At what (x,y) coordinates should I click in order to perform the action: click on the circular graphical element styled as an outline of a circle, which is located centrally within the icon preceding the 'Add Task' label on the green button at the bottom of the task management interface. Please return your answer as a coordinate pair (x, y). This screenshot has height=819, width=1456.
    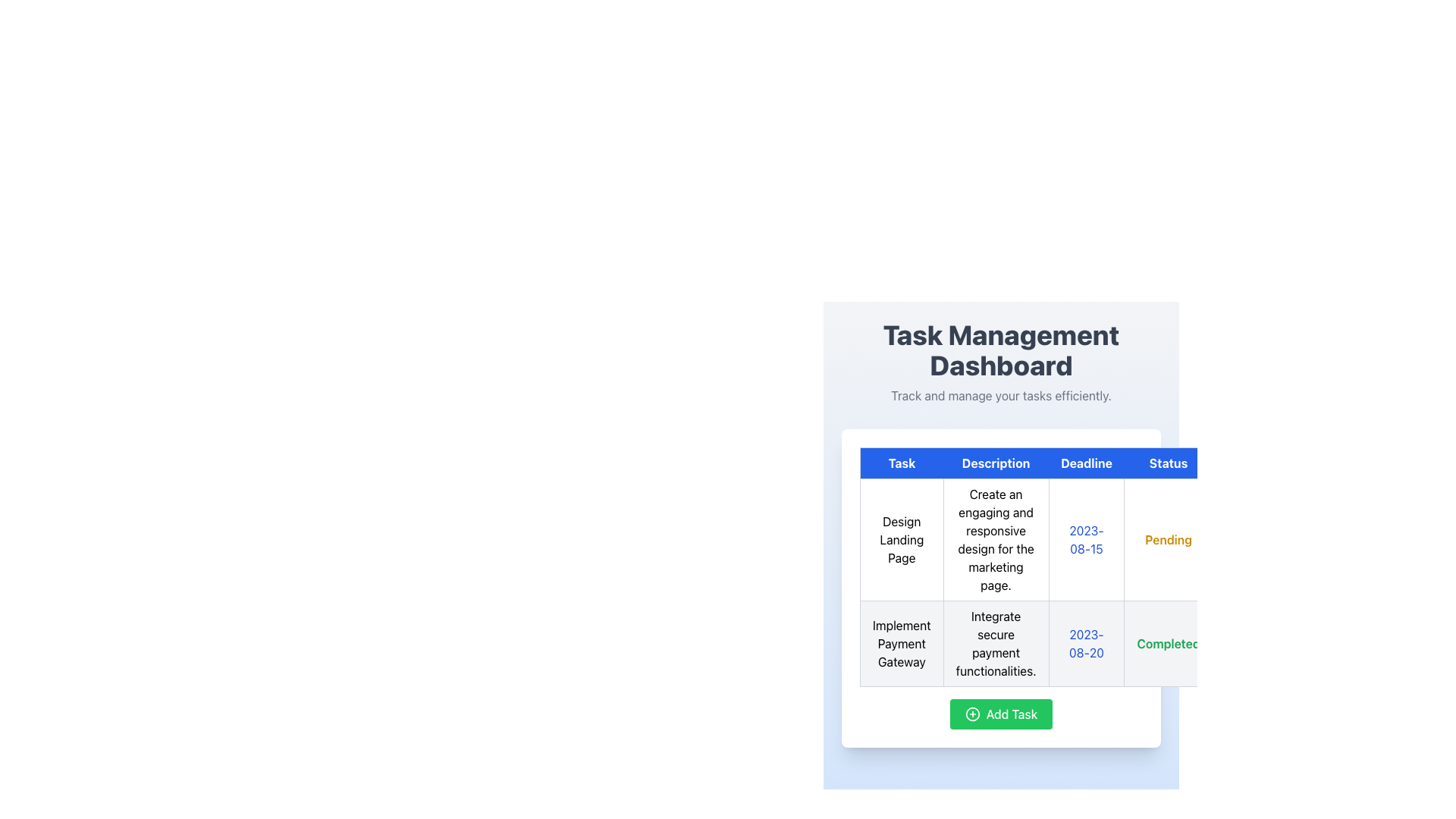
    Looking at the image, I should click on (972, 714).